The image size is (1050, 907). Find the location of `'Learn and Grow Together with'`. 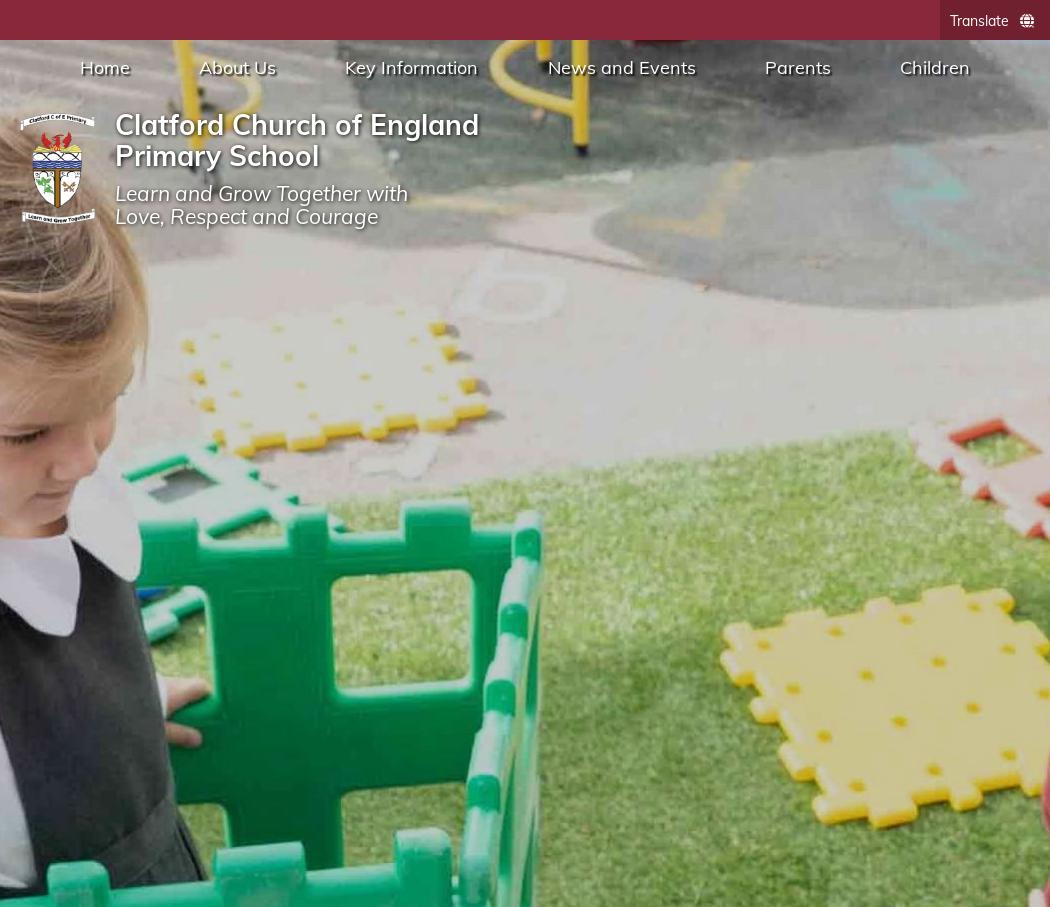

'Learn and Grow Together with' is located at coordinates (261, 191).